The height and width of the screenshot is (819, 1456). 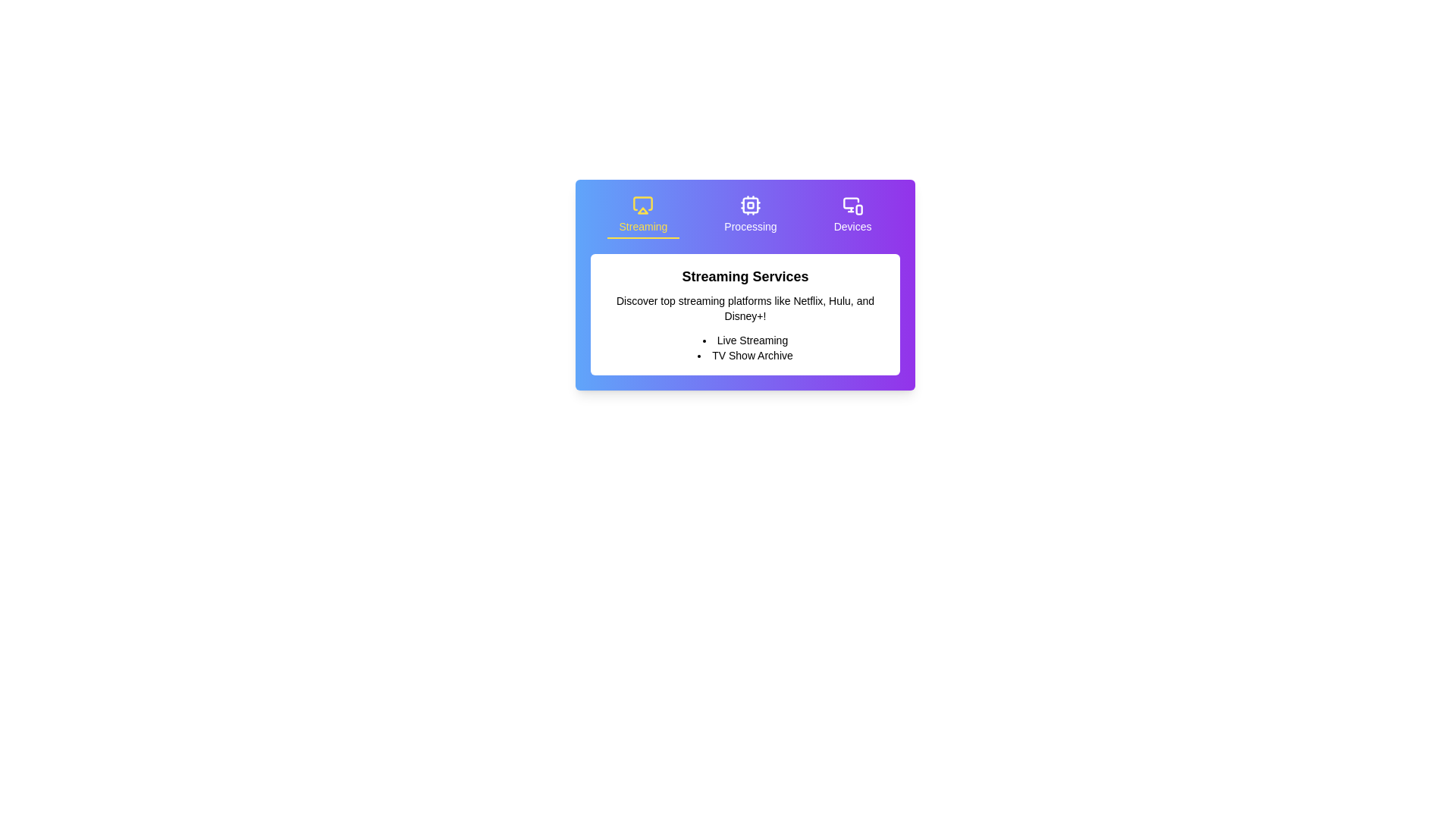 I want to click on the Navigation link with a processor chip icon and the label 'Processing' for navigation, so click(x=750, y=214).